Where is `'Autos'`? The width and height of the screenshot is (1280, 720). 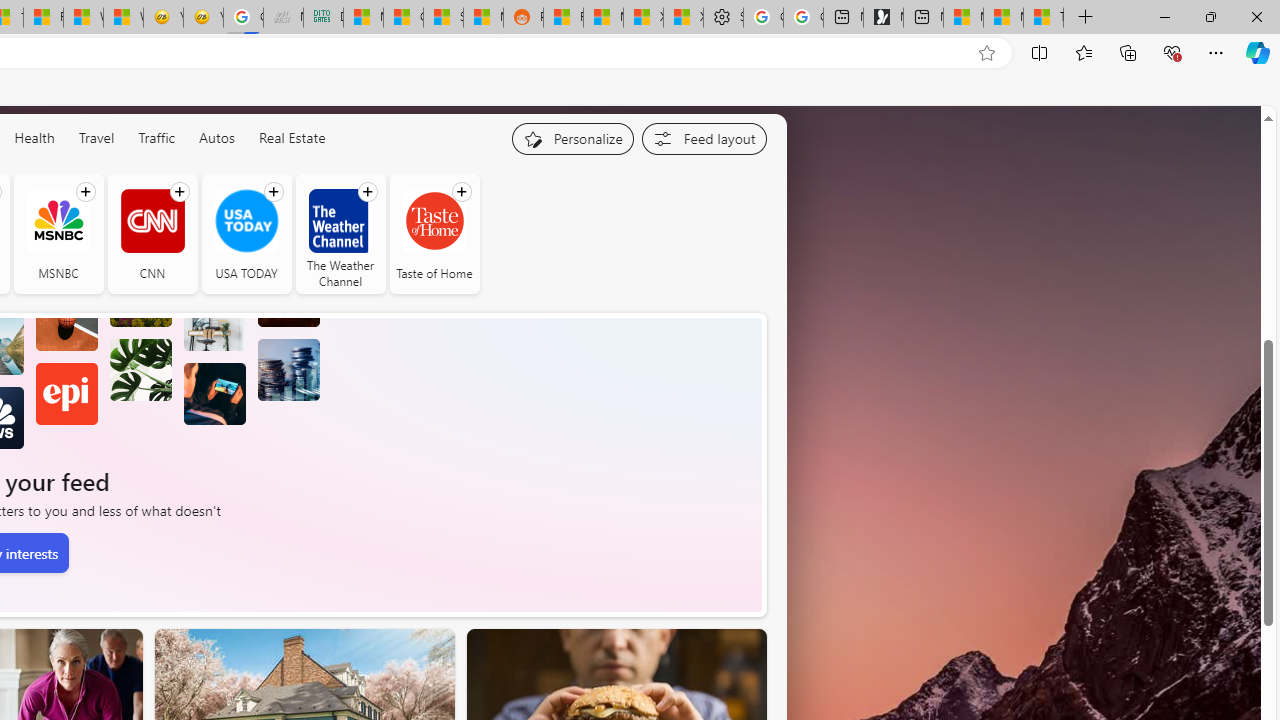 'Autos' is located at coordinates (216, 136).